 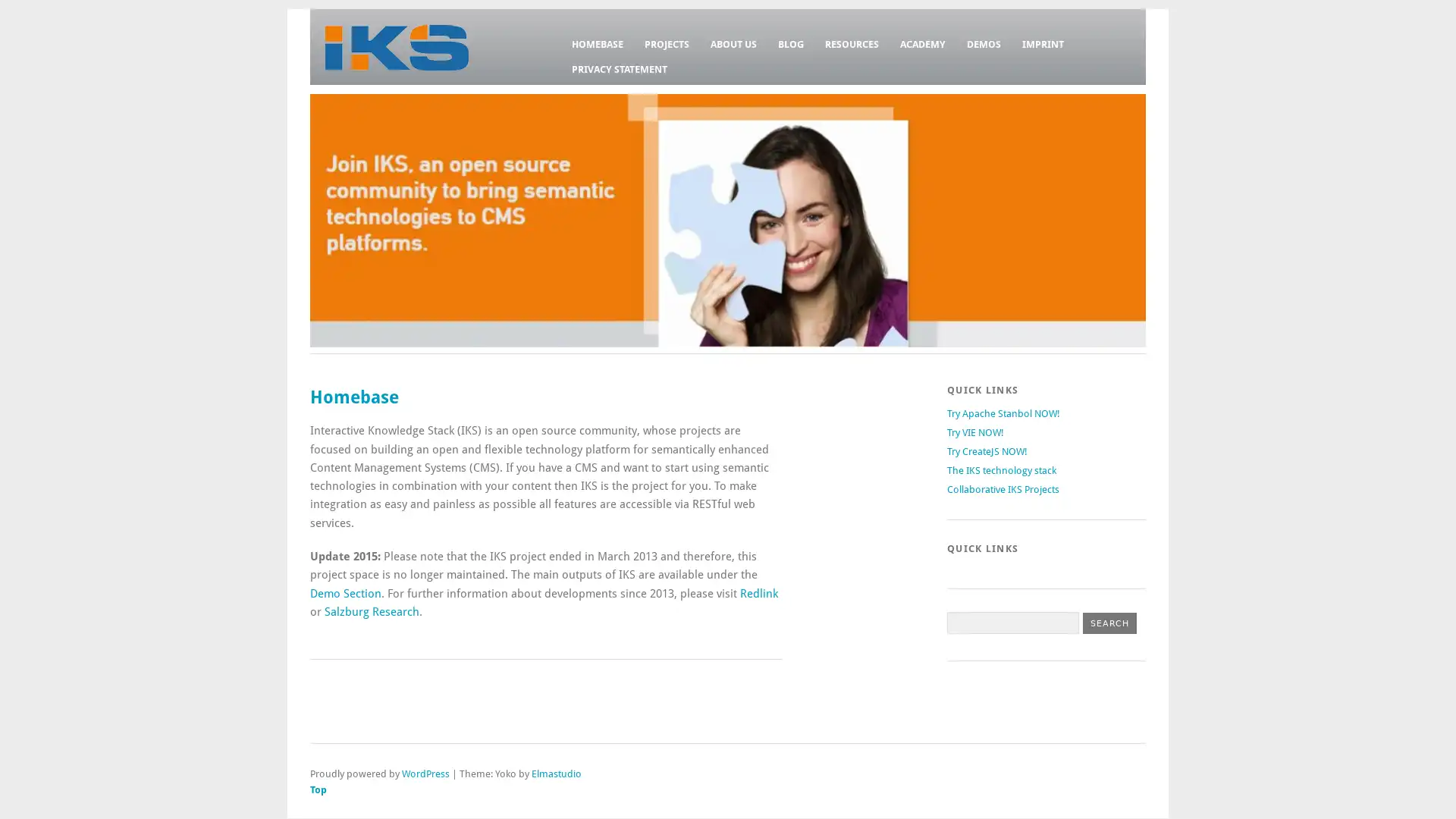 I want to click on Search, so click(x=1109, y=623).